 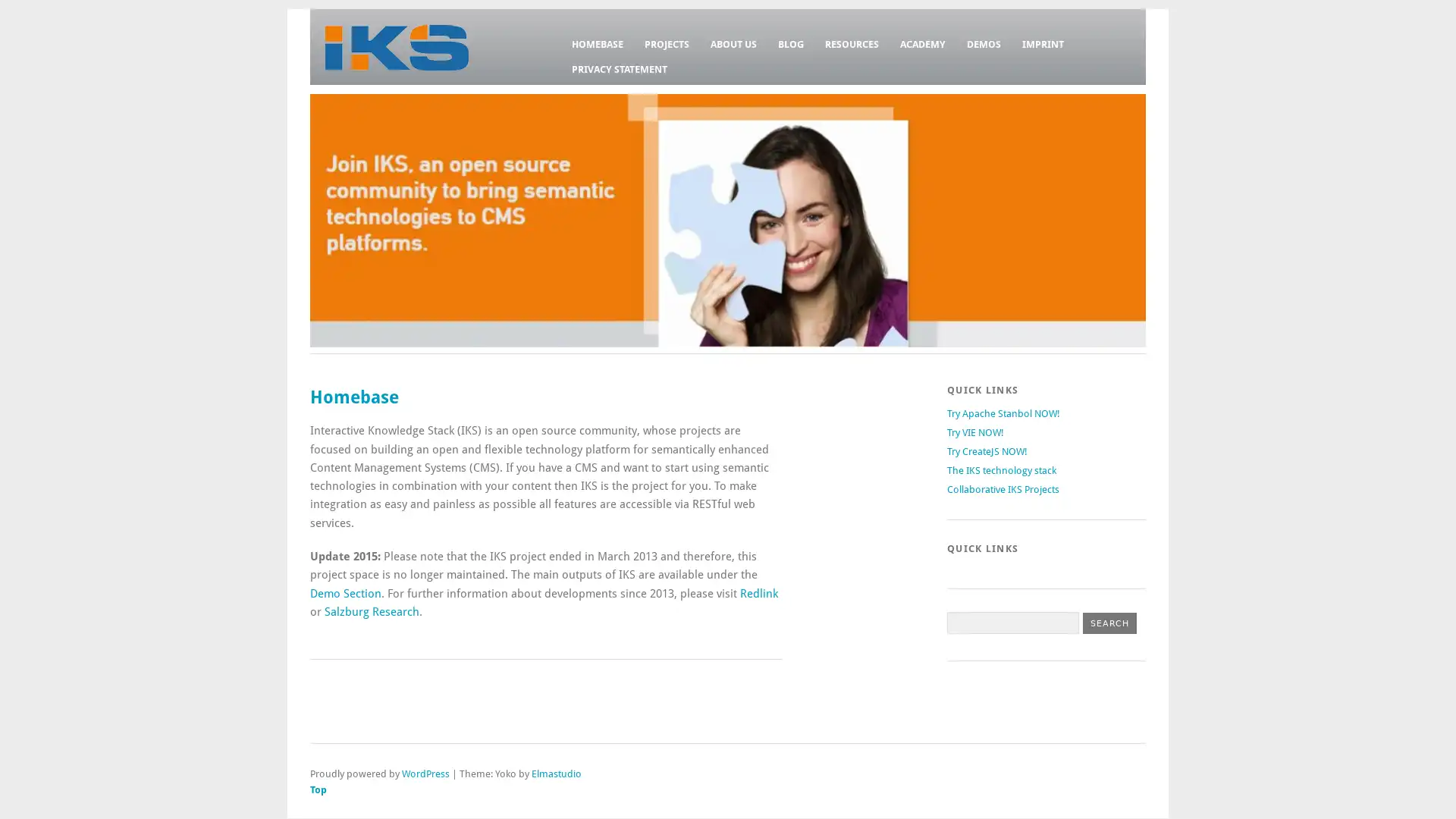 I want to click on Search, so click(x=1109, y=623).